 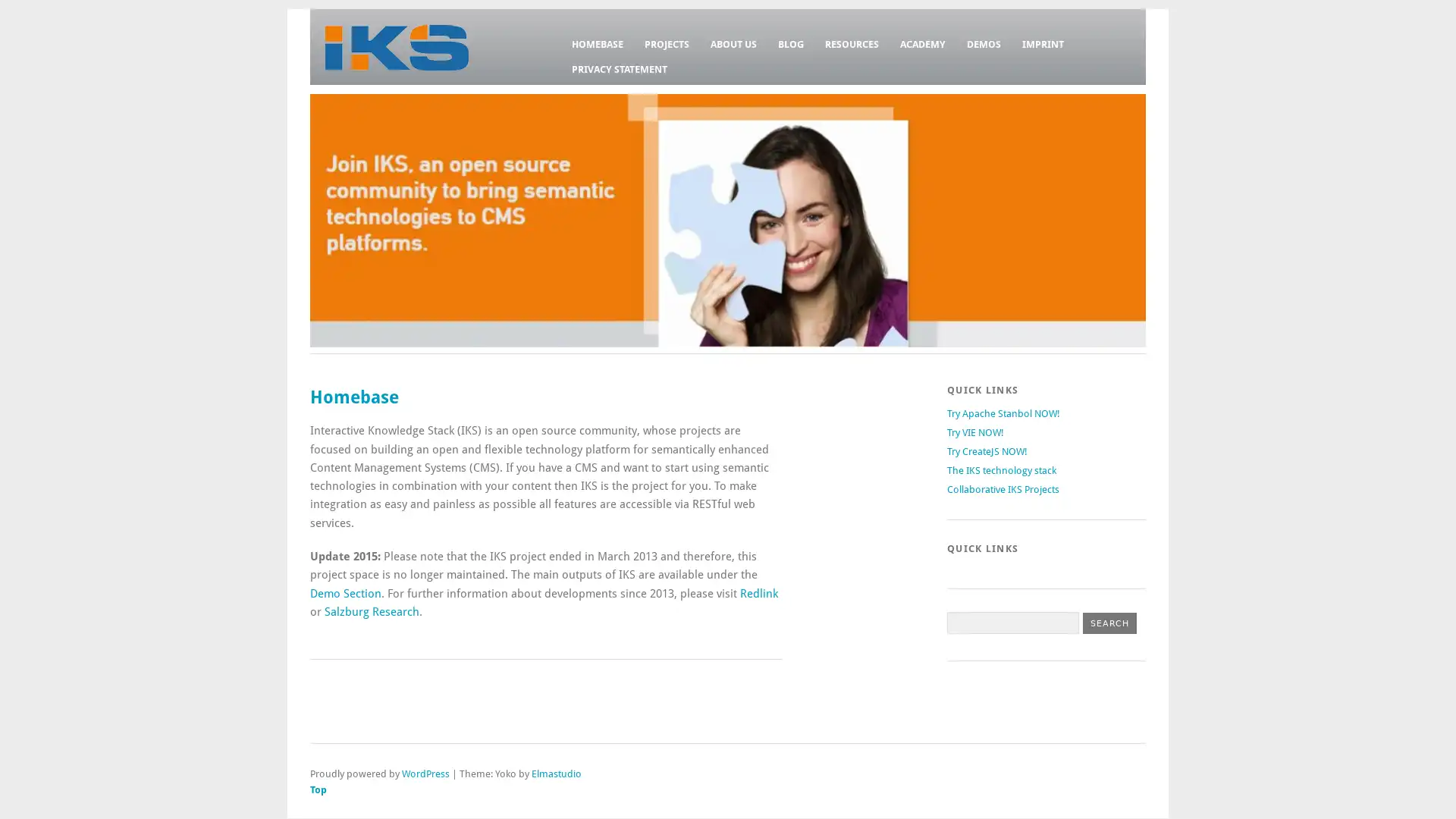 I want to click on Search, so click(x=1109, y=623).